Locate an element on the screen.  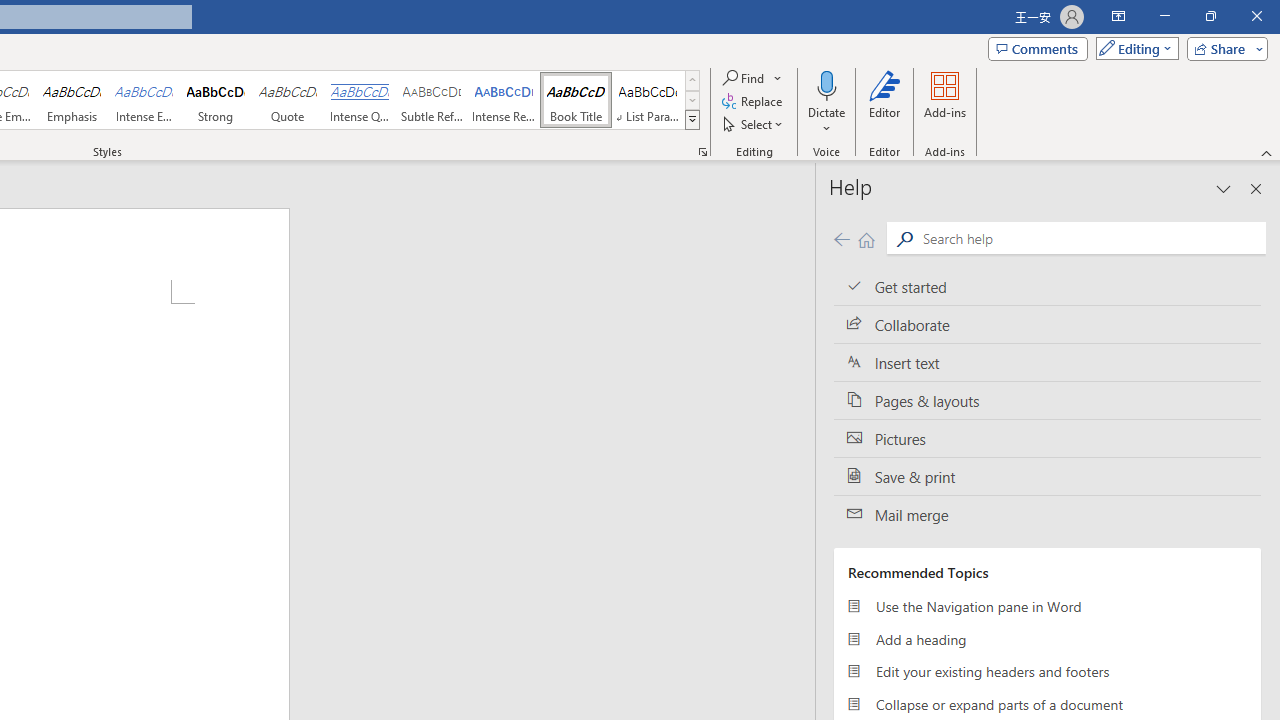
'Intense Quote' is located at coordinates (359, 100).